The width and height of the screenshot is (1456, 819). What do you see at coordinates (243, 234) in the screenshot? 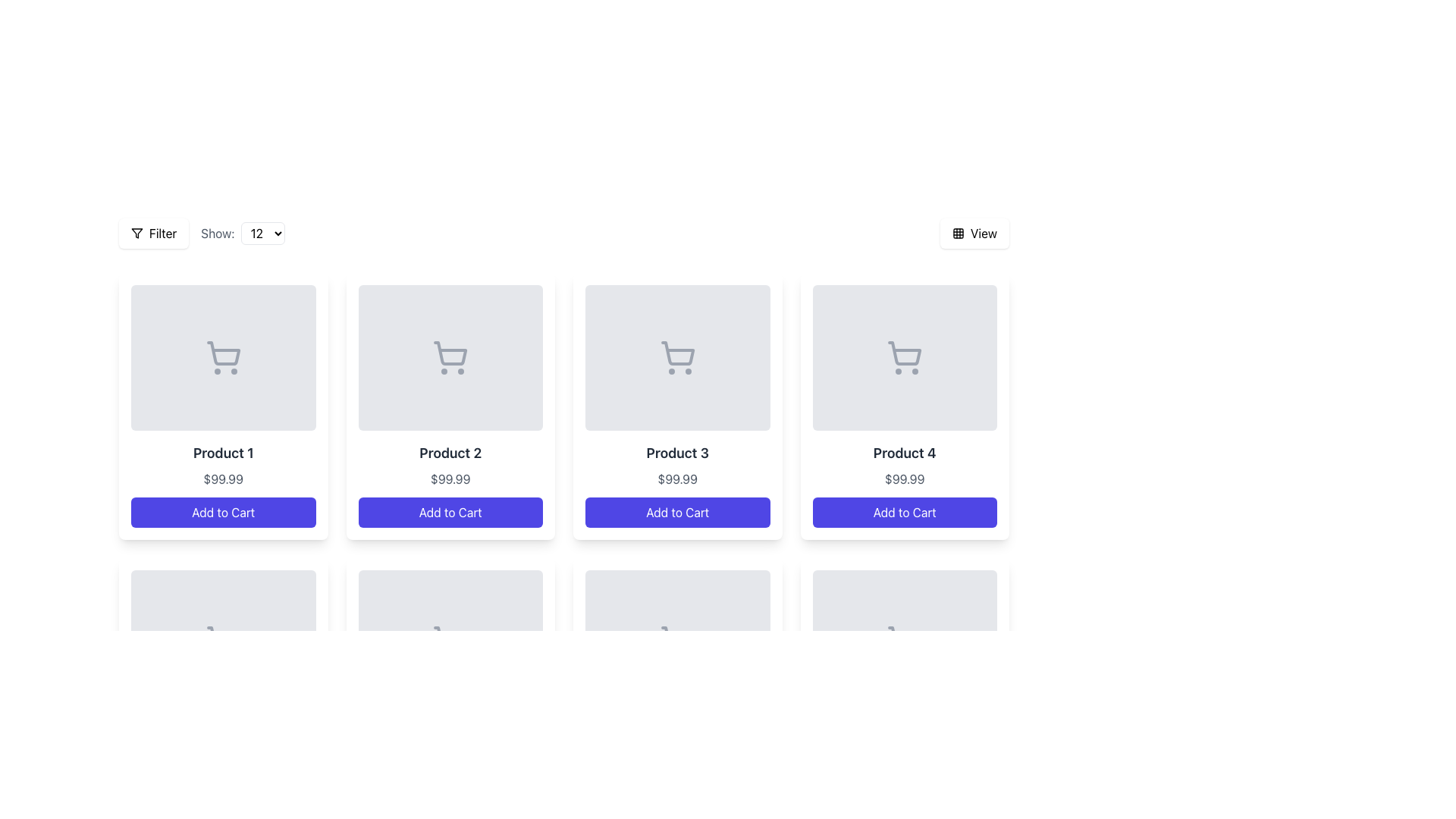
I see `the dropdown arrow of the 'Items` at bounding box center [243, 234].